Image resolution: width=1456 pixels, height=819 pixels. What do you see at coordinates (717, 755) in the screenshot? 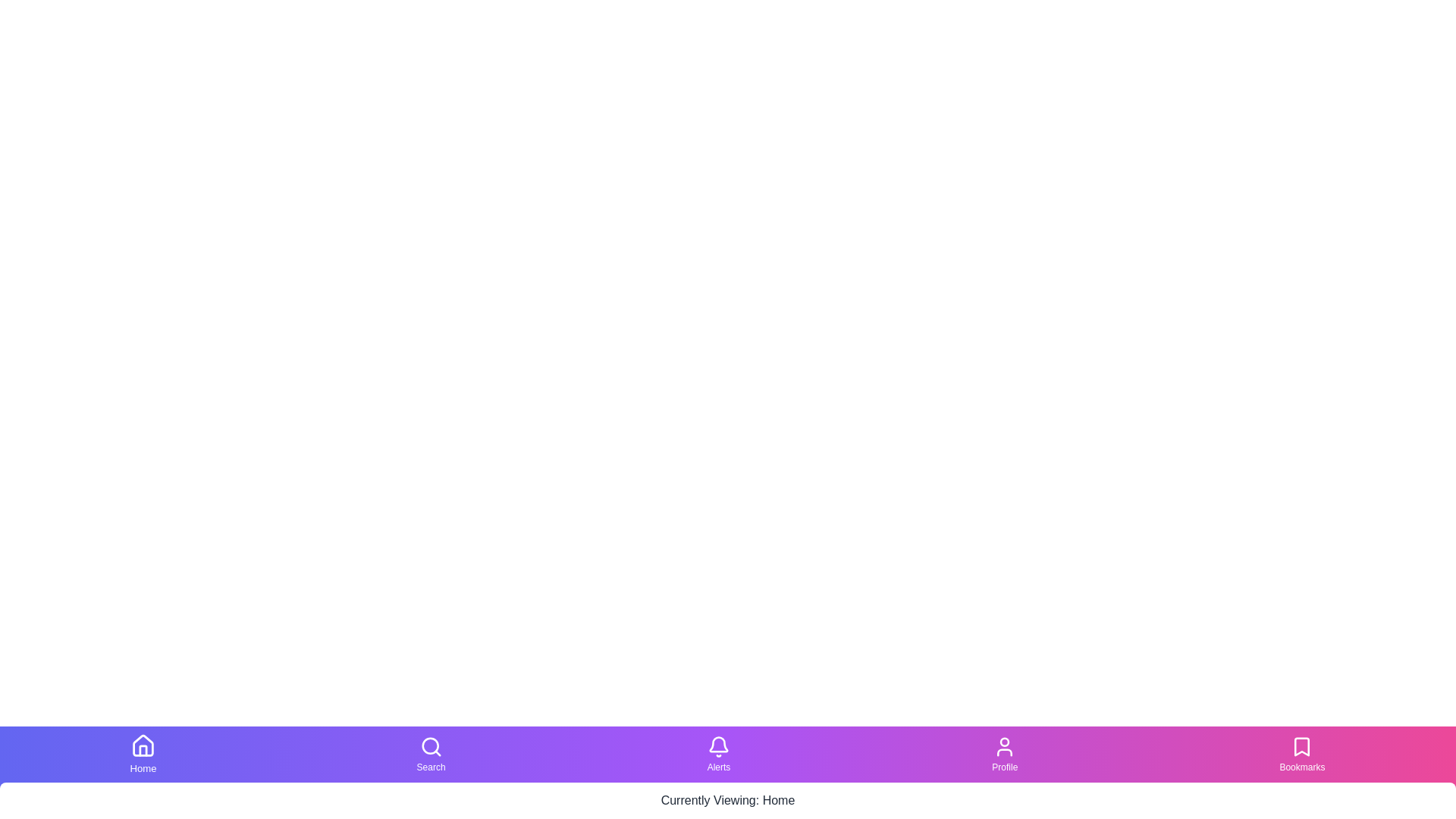
I see `the Alerts tab` at bounding box center [717, 755].